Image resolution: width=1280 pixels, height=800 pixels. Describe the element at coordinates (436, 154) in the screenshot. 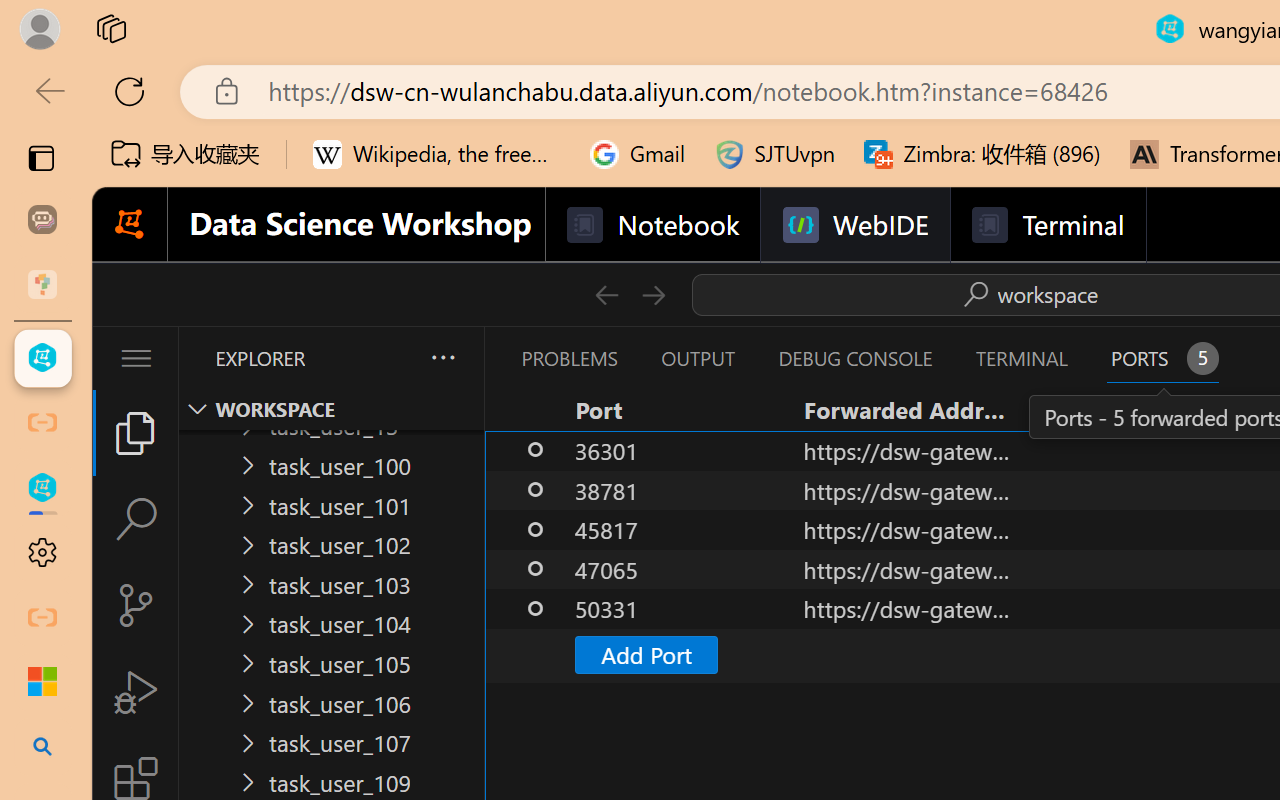

I see `'Wikipedia, the free encyclopedia'` at that location.